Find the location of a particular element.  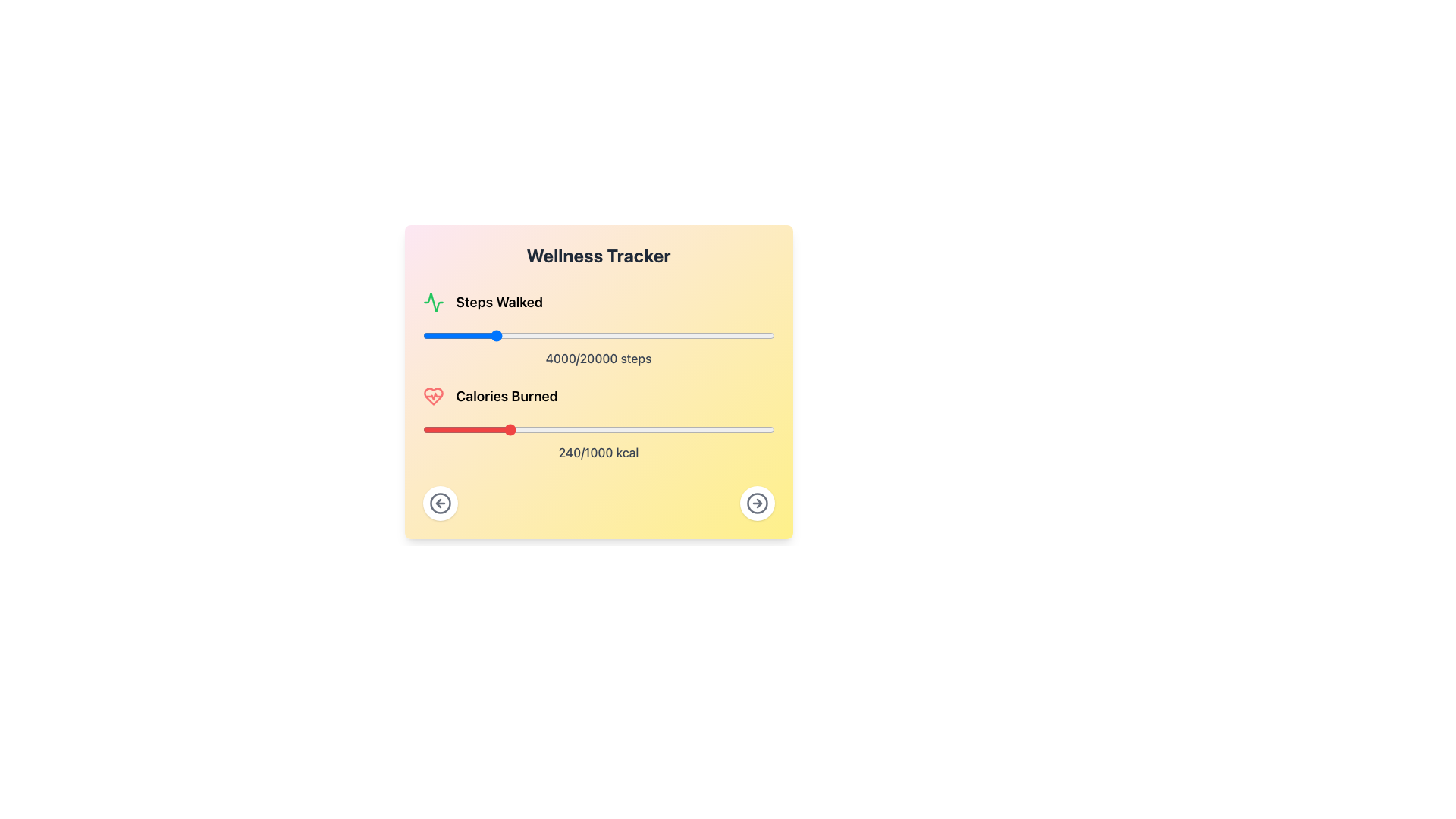

the navigational arrow icon located at the bottom-left corner of the Wellness Tracker interface, which serves as a back button is located at coordinates (437, 503).